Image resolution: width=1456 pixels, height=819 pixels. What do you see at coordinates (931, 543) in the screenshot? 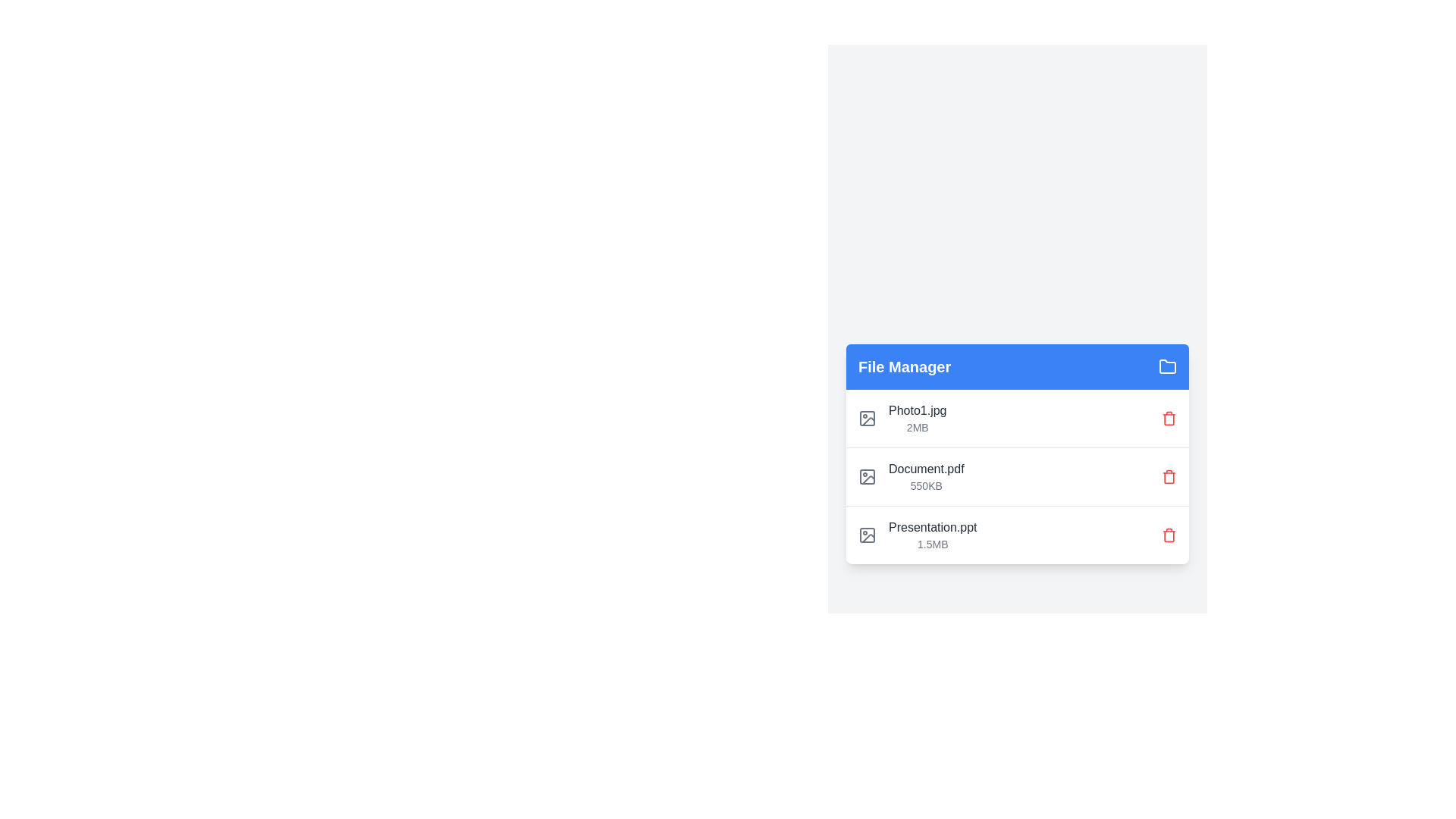
I see `the text label indicating the file size for 'Presentation.ppt' located in the third row of the file manager list` at bounding box center [931, 543].